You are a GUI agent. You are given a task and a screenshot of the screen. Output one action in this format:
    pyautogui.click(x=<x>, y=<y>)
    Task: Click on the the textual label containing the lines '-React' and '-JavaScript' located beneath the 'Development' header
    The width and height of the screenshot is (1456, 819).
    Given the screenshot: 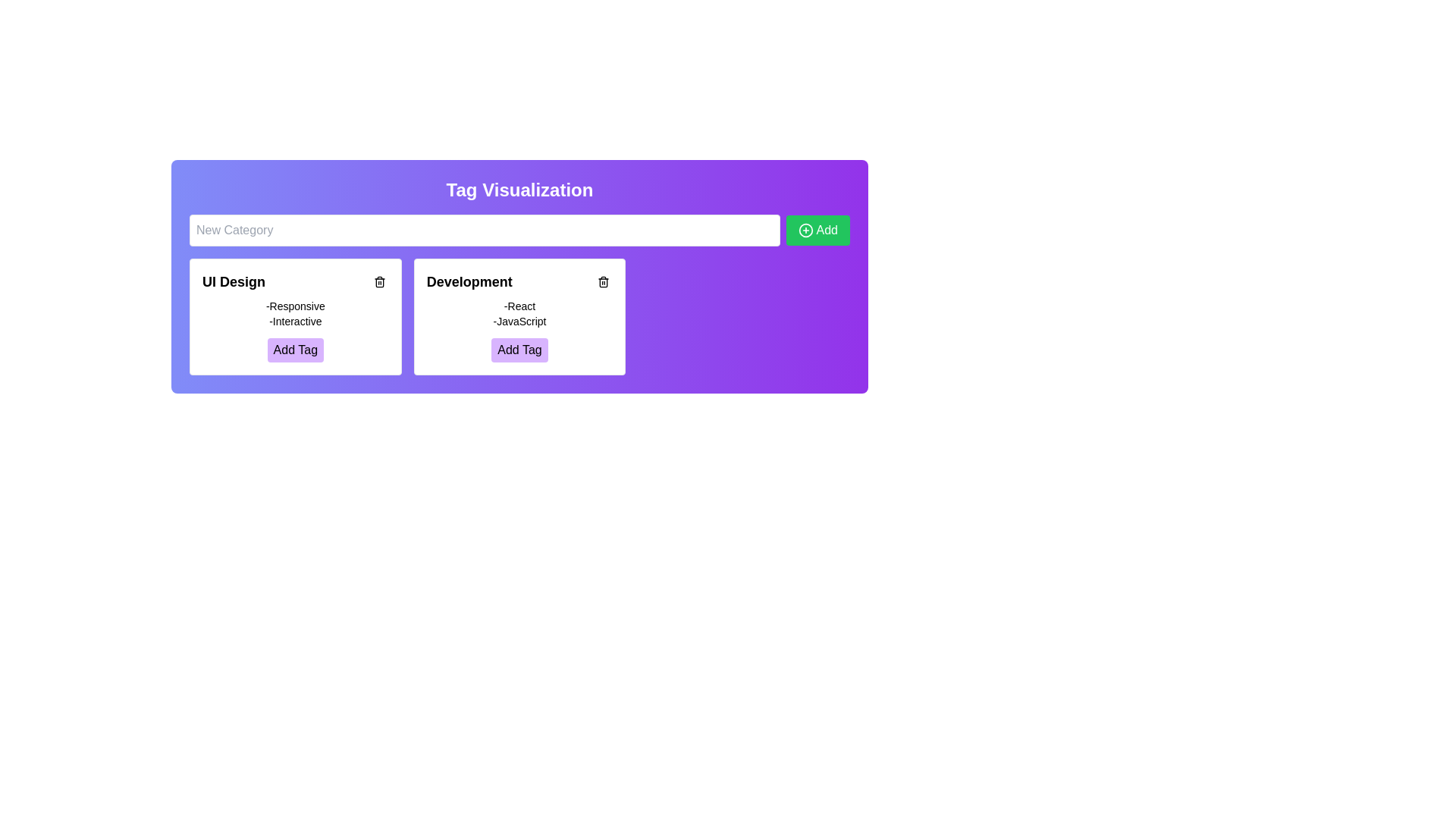 What is the action you would take?
    pyautogui.click(x=519, y=312)
    